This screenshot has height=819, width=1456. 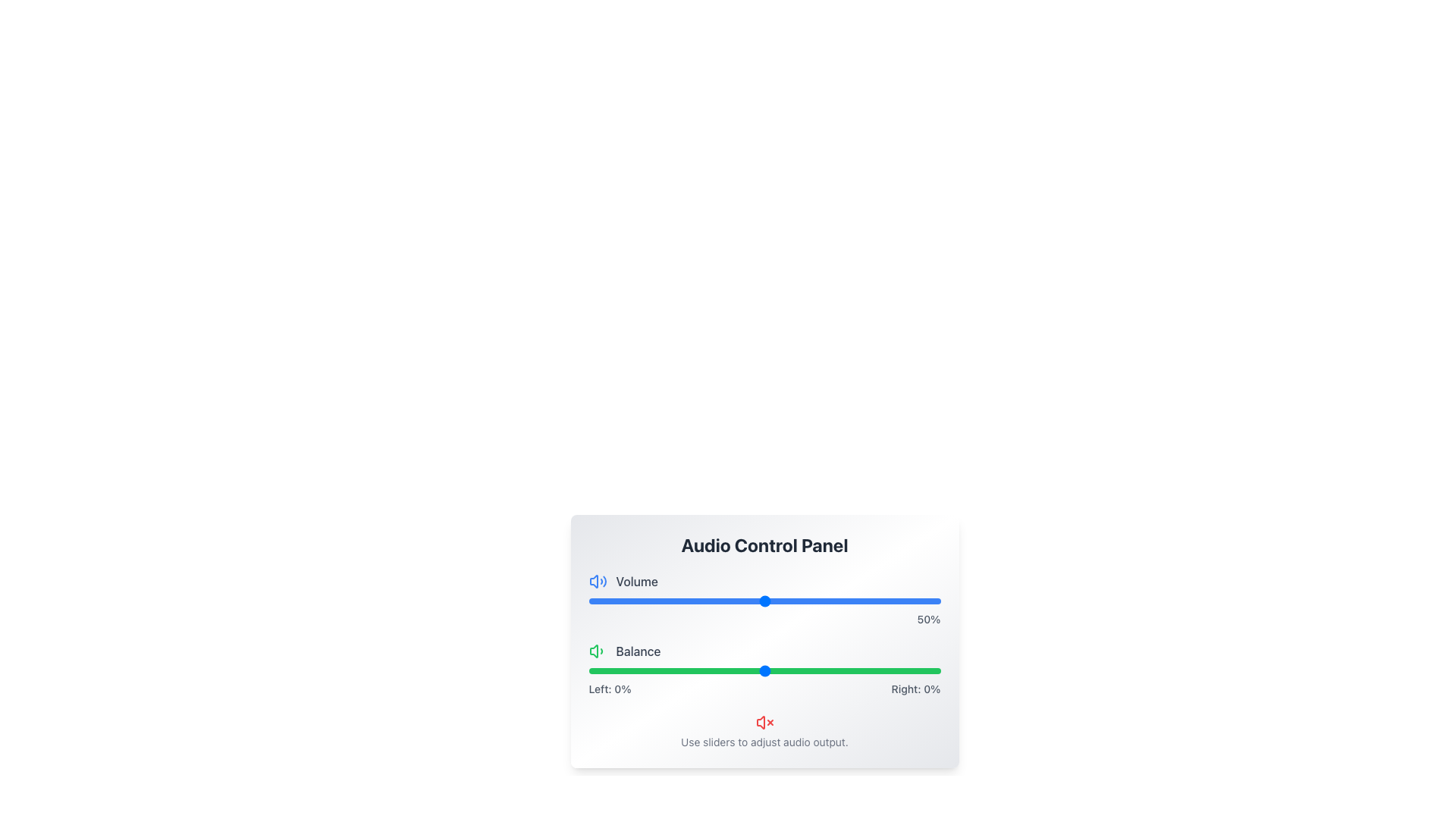 I want to click on the slider value, so click(x=830, y=601).